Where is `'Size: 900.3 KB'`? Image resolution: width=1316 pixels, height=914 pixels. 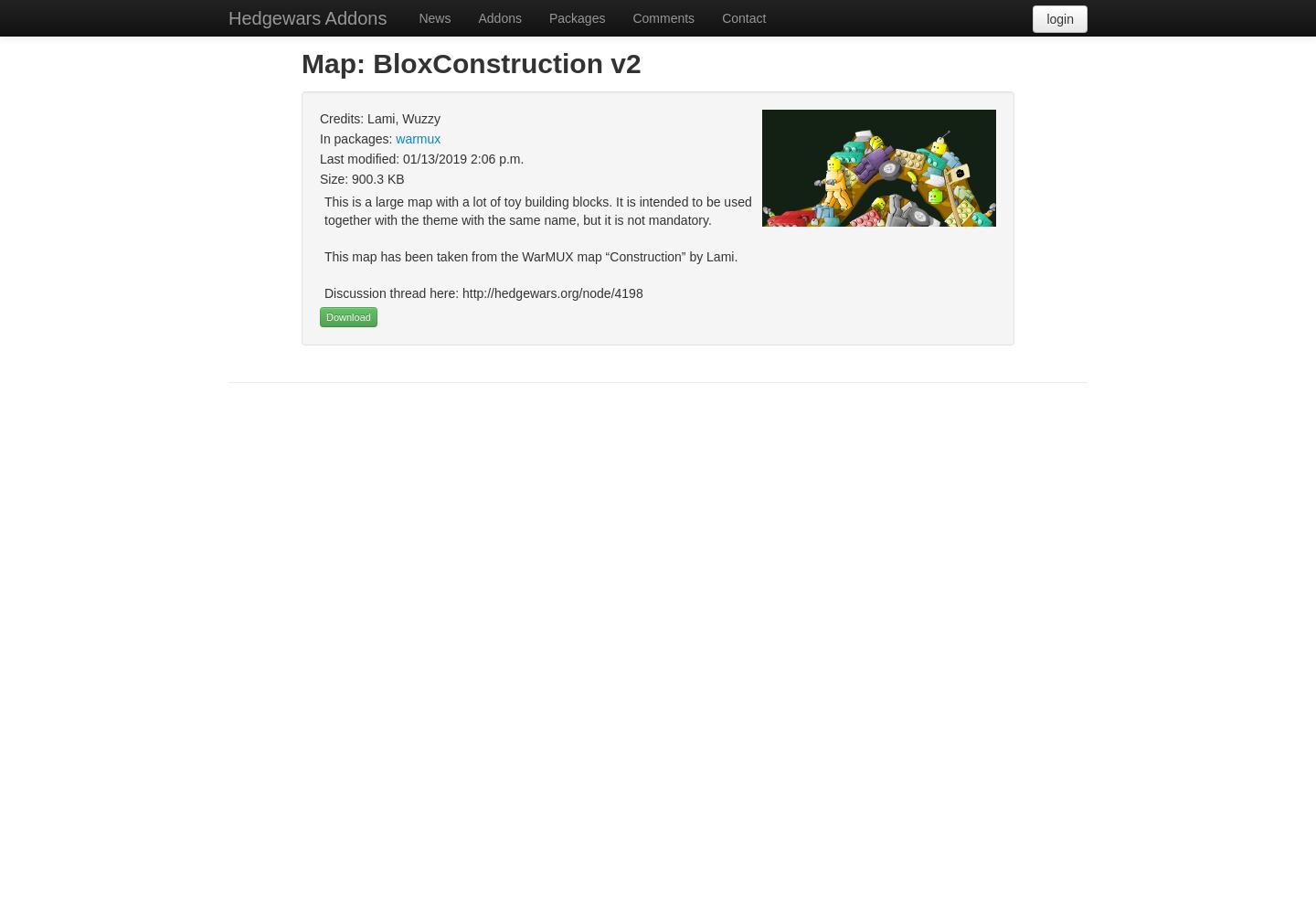
'Size: 900.3 KB' is located at coordinates (361, 178).